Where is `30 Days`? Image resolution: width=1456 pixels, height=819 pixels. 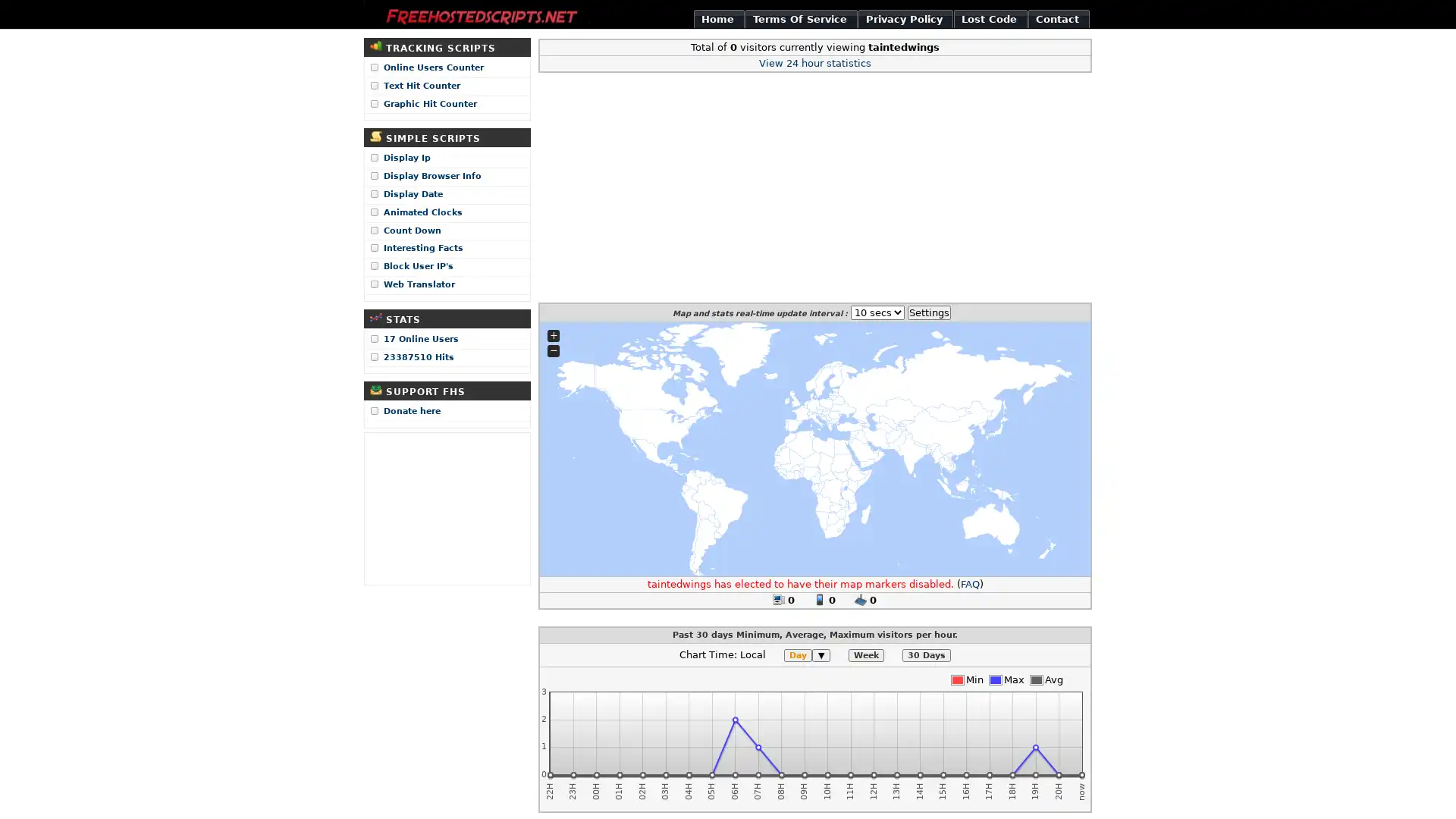
30 Days is located at coordinates (926, 654).